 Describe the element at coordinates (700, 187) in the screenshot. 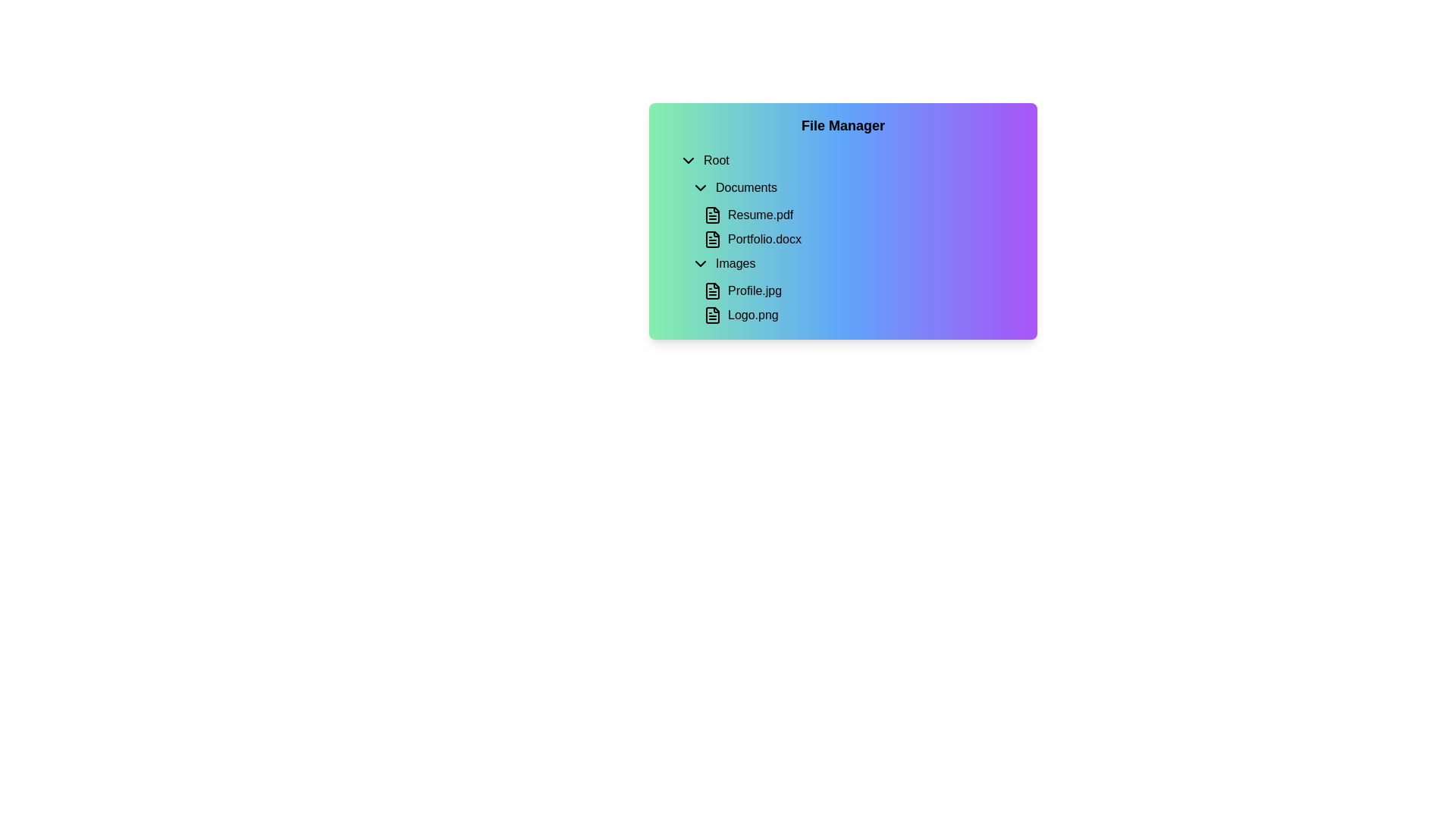

I see `the downward-facing chevron icon next to the 'Documents' text` at that location.